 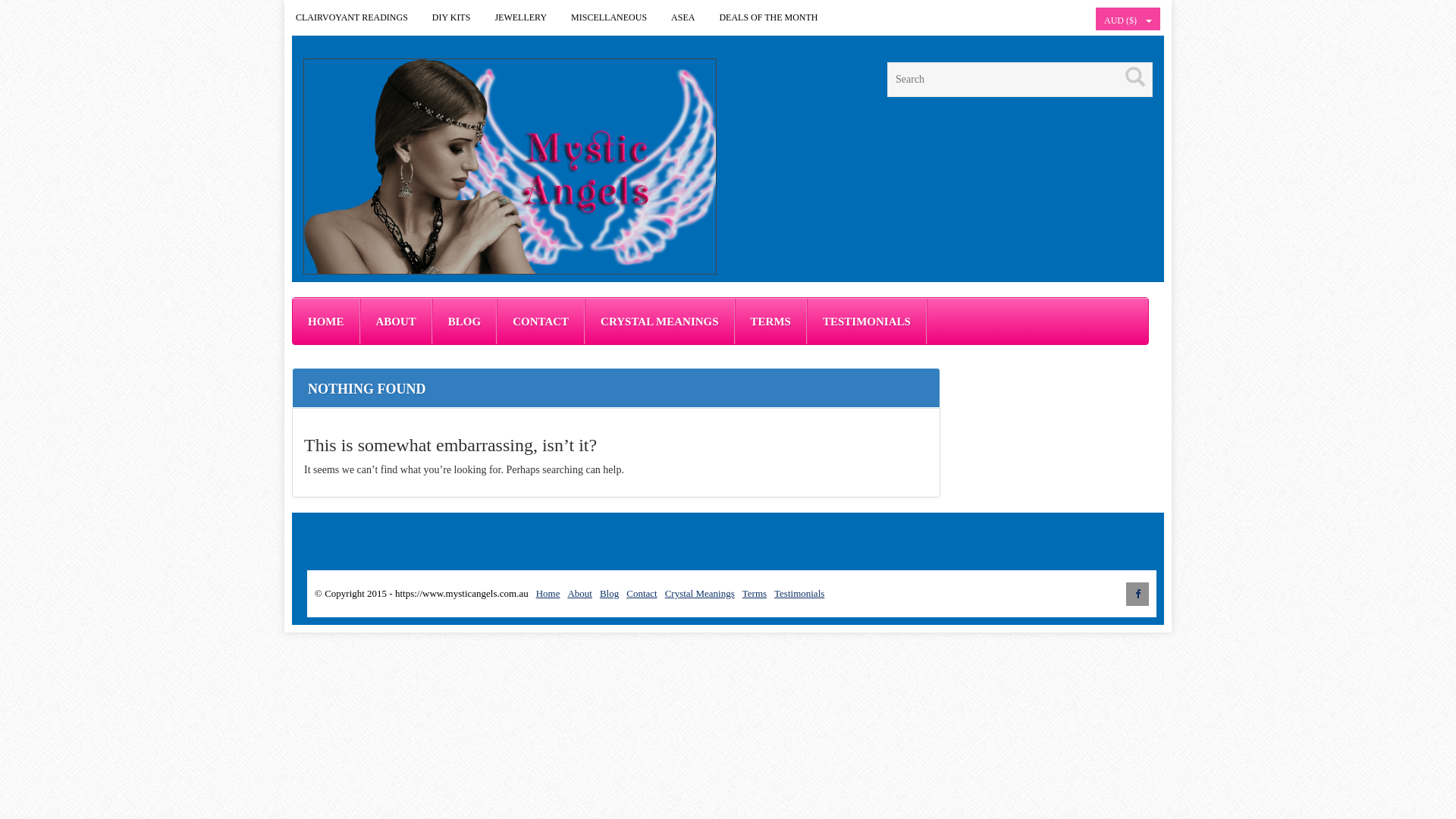 What do you see at coordinates (698, 592) in the screenshot?
I see `'Crystal Meanings'` at bounding box center [698, 592].